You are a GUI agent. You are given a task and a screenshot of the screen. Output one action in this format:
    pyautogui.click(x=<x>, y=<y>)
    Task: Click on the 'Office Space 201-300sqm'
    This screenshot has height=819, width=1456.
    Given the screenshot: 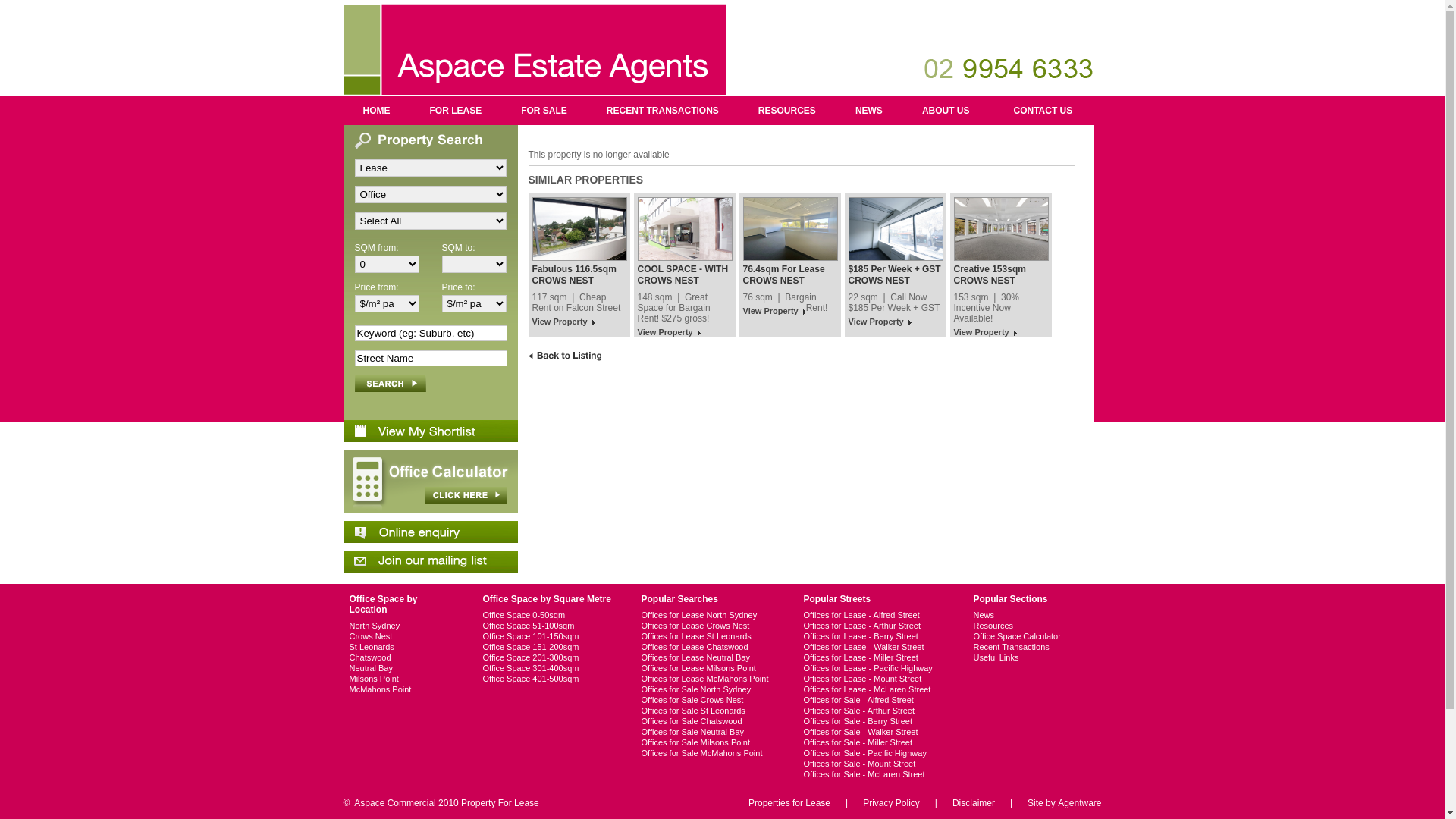 What is the action you would take?
    pyautogui.click(x=481, y=657)
    